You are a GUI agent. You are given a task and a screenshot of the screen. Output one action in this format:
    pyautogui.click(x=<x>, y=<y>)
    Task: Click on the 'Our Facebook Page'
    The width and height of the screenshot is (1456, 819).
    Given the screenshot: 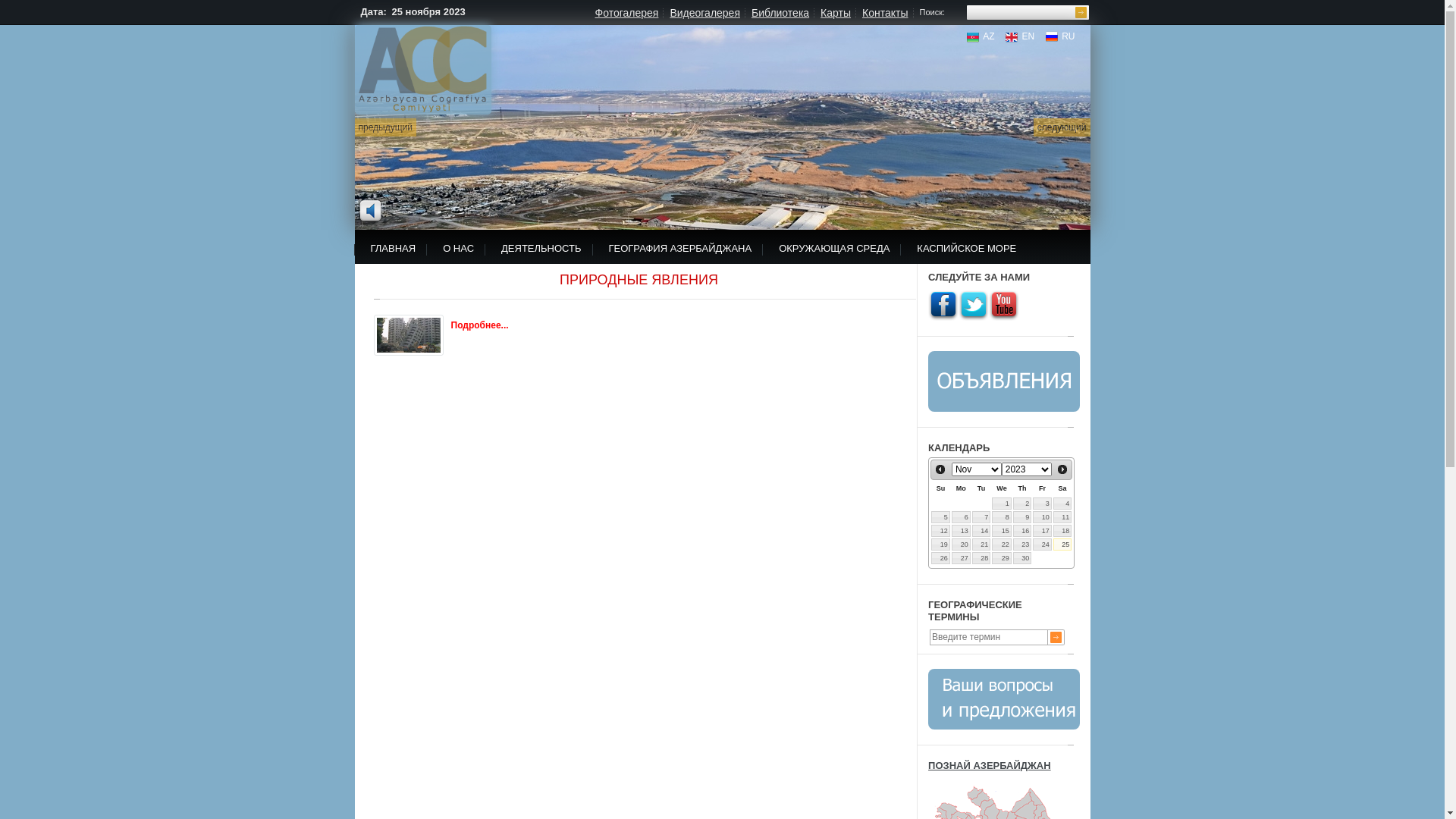 What is the action you would take?
    pyautogui.click(x=942, y=305)
    